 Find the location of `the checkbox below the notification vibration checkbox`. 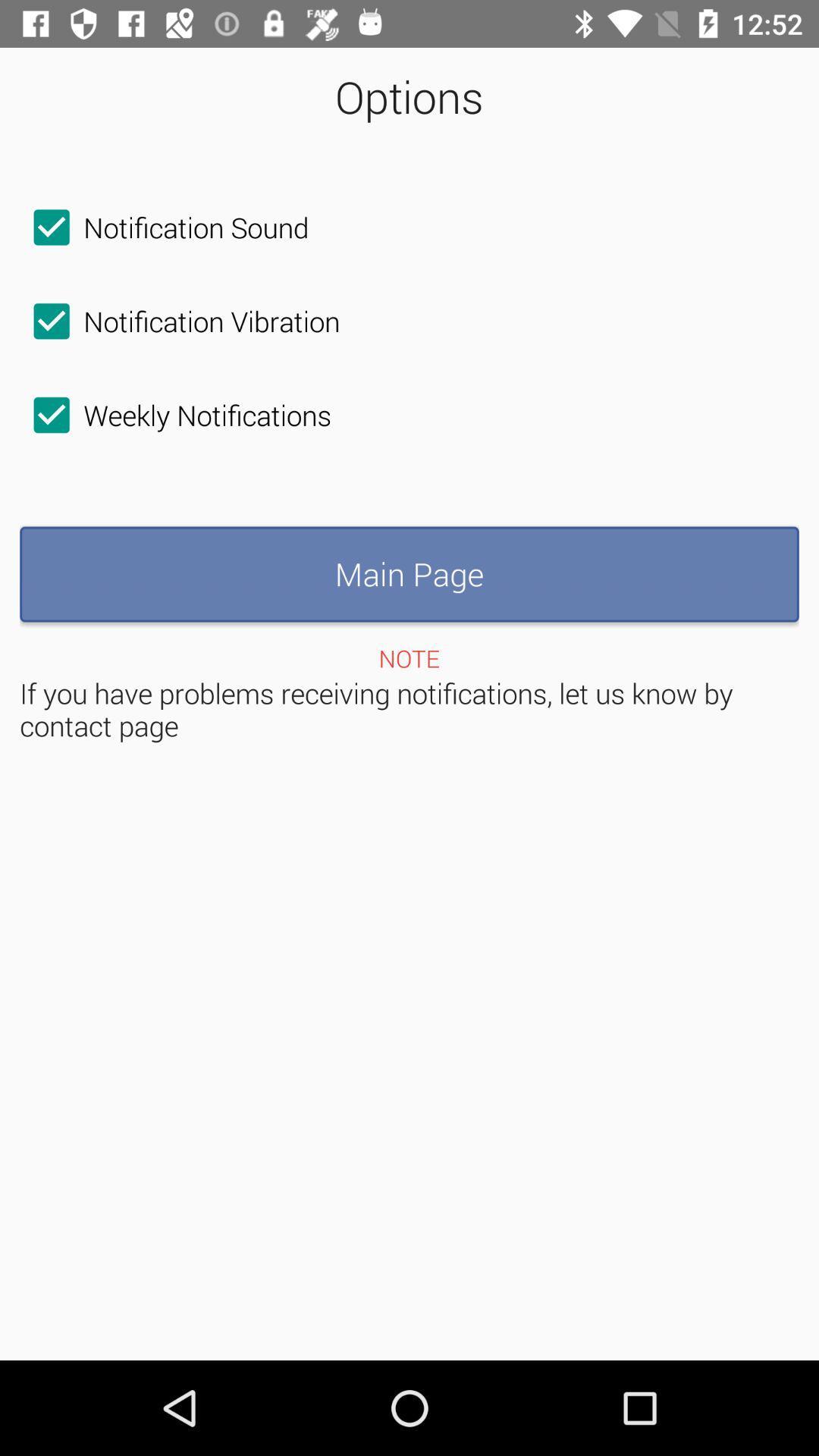

the checkbox below the notification vibration checkbox is located at coordinates (174, 415).